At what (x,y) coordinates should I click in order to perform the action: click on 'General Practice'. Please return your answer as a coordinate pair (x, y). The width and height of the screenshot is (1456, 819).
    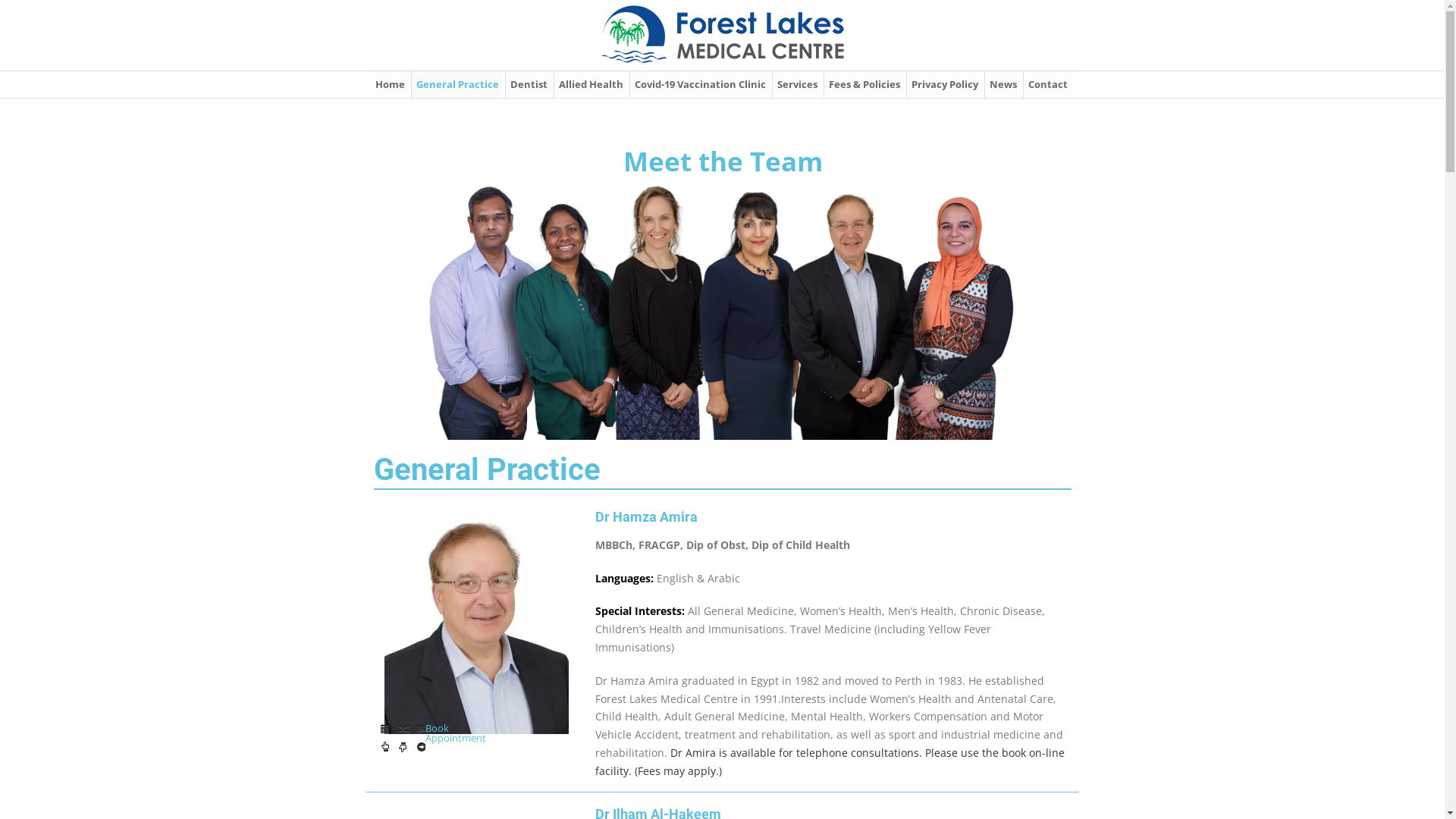
    Looking at the image, I should click on (456, 84).